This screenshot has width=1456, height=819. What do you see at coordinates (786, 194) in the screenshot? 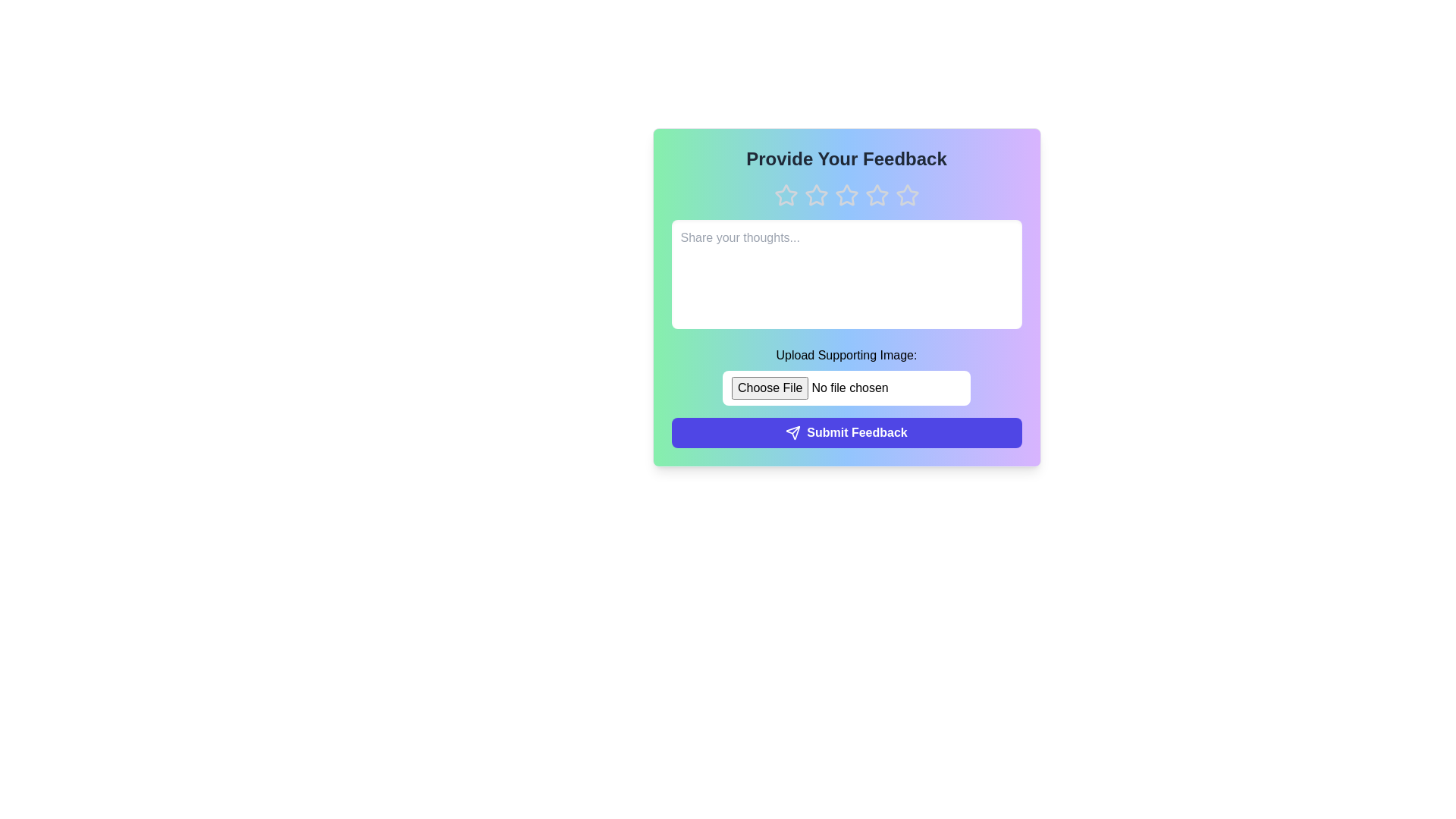
I see `the first star-shaped feedback rating icon in the 5-star feedback system` at bounding box center [786, 194].